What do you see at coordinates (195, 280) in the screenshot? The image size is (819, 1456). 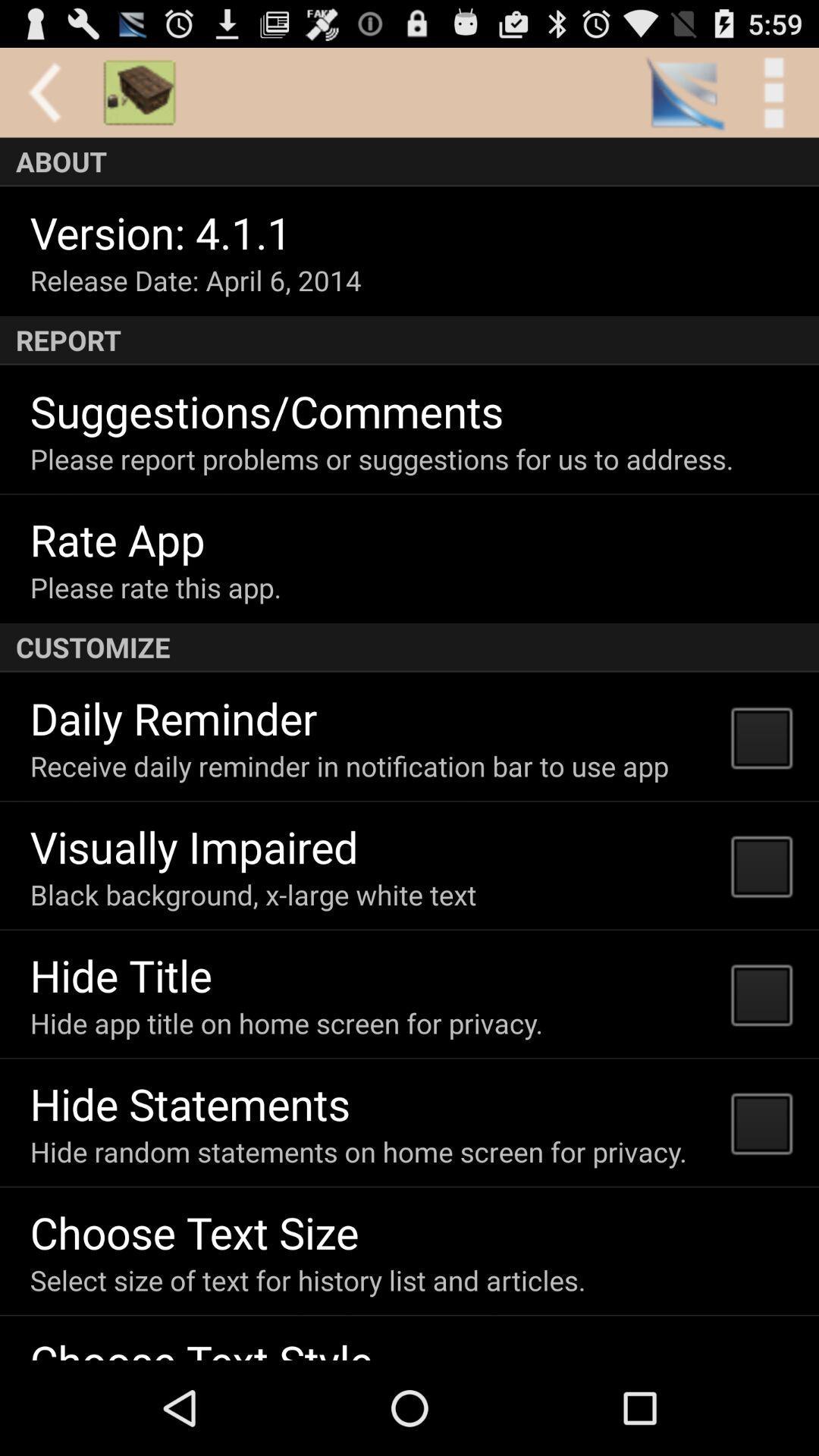 I see `item above the report icon` at bounding box center [195, 280].